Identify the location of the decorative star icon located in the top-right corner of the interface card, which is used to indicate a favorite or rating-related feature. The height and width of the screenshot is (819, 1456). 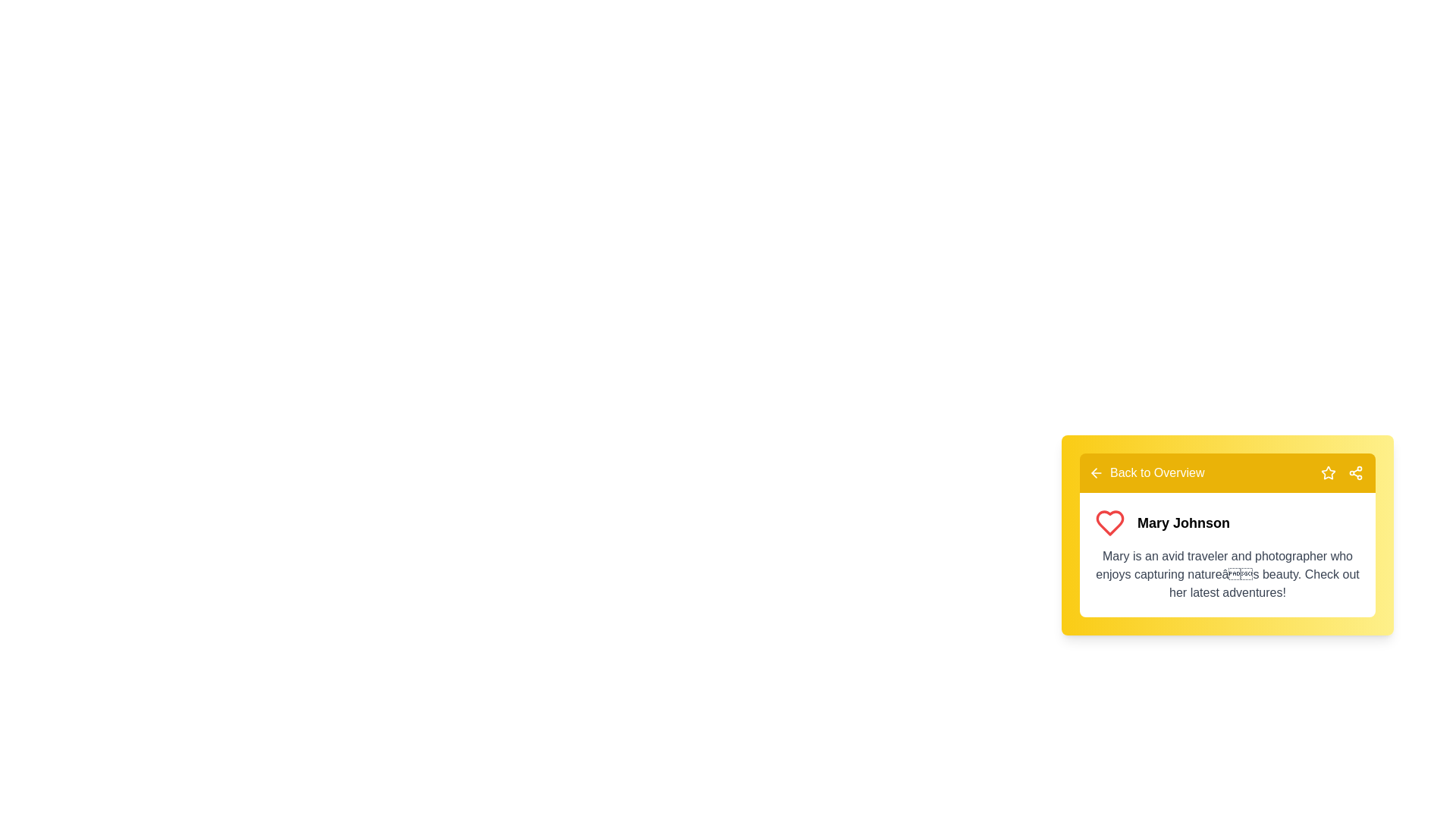
(1328, 472).